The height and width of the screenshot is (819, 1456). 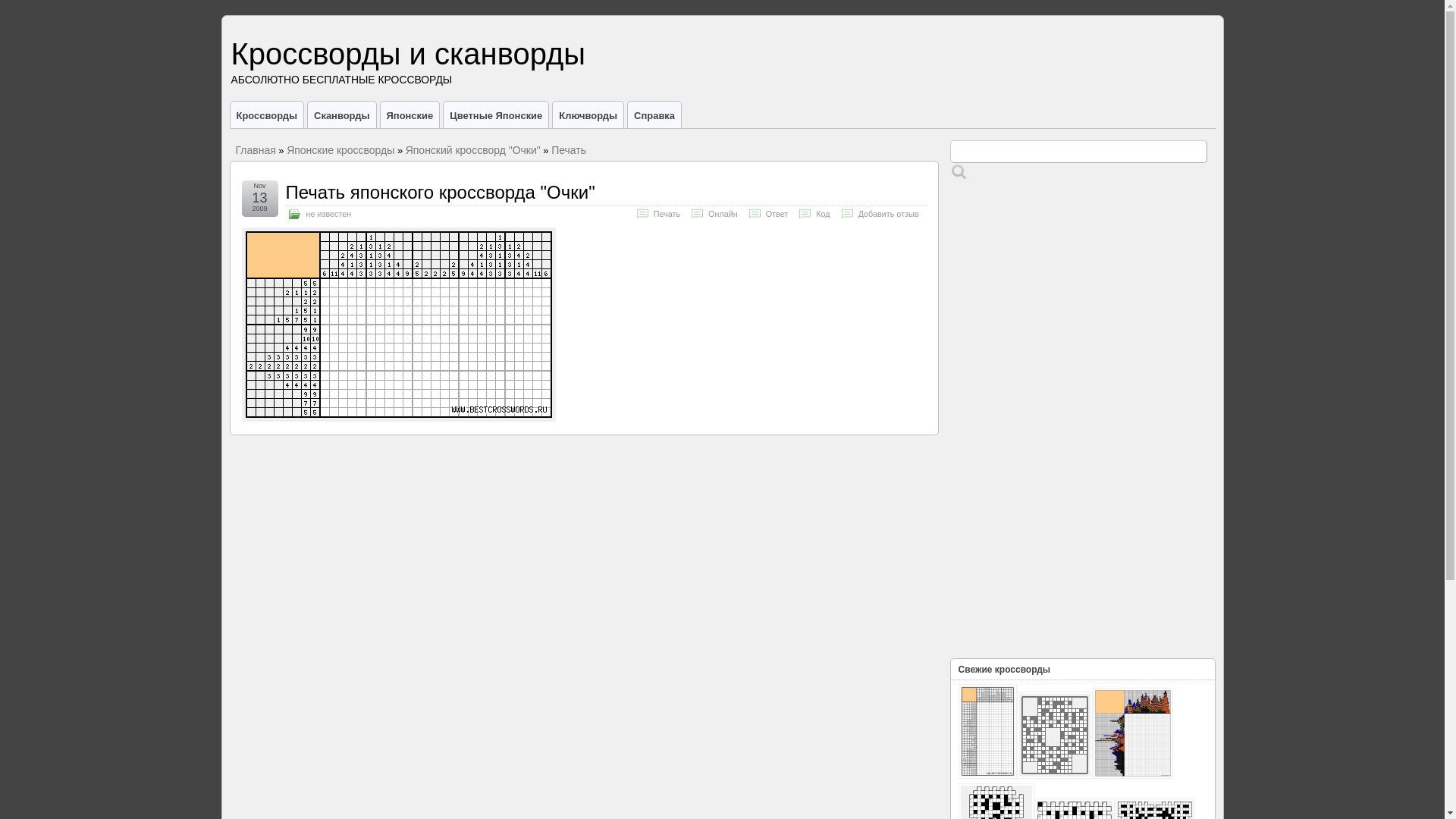 What do you see at coordinates (1188, 113) in the screenshot?
I see `'LiveJournal'` at bounding box center [1188, 113].